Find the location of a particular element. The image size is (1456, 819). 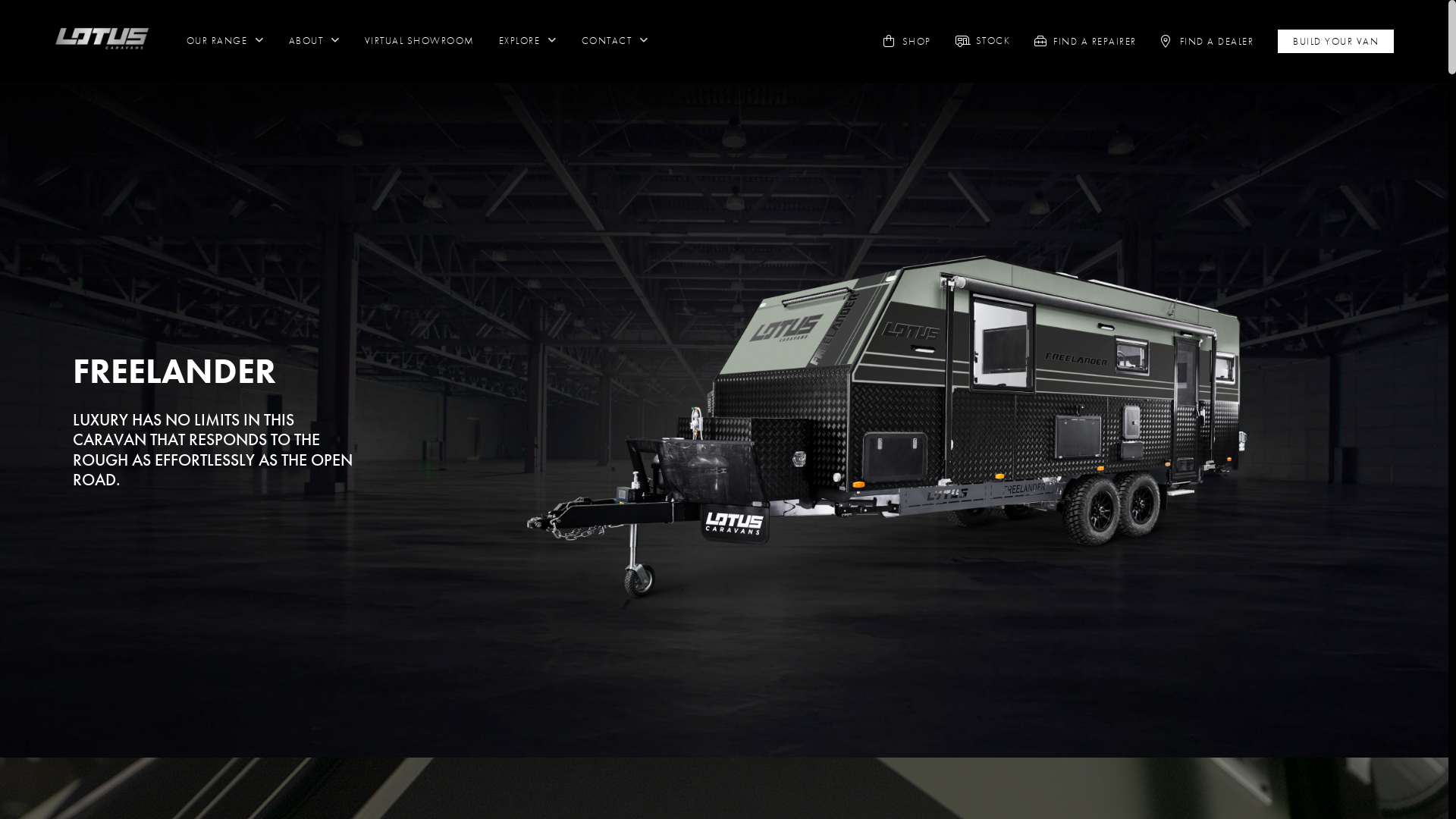

'ABOUT' is located at coordinates (313, 40).